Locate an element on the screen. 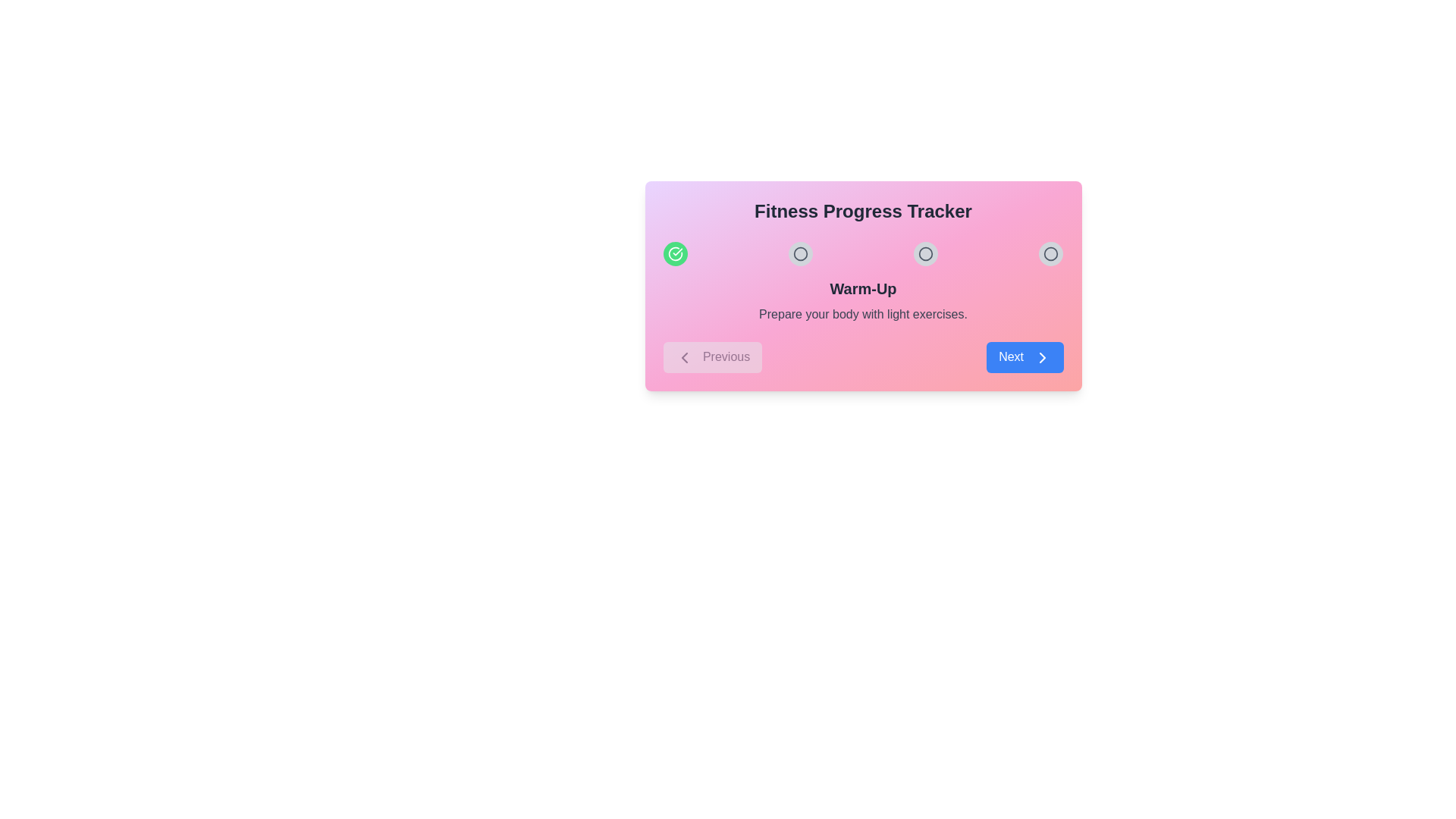 This screenshot has width=1456, height=819. the second circular progress indicator, which is a simple circular shape with a light gray border and a solid white interior, located in the fitness tracker interface on a pink gradient background is located at coordinates (925, 253).